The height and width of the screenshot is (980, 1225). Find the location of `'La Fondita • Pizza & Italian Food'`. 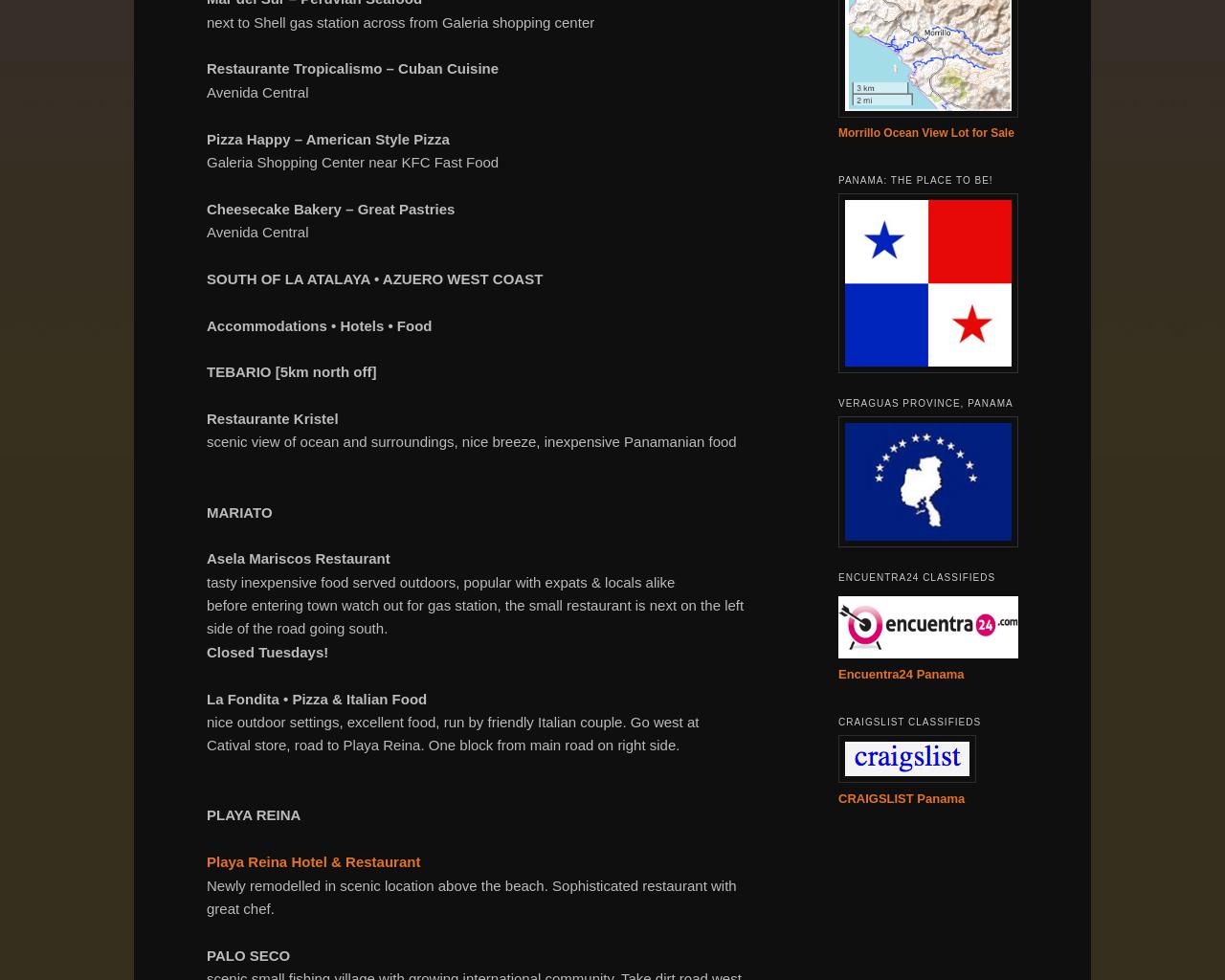

'La Fondita • Pizza & Italian Food' is located at coordinates (317, 697).